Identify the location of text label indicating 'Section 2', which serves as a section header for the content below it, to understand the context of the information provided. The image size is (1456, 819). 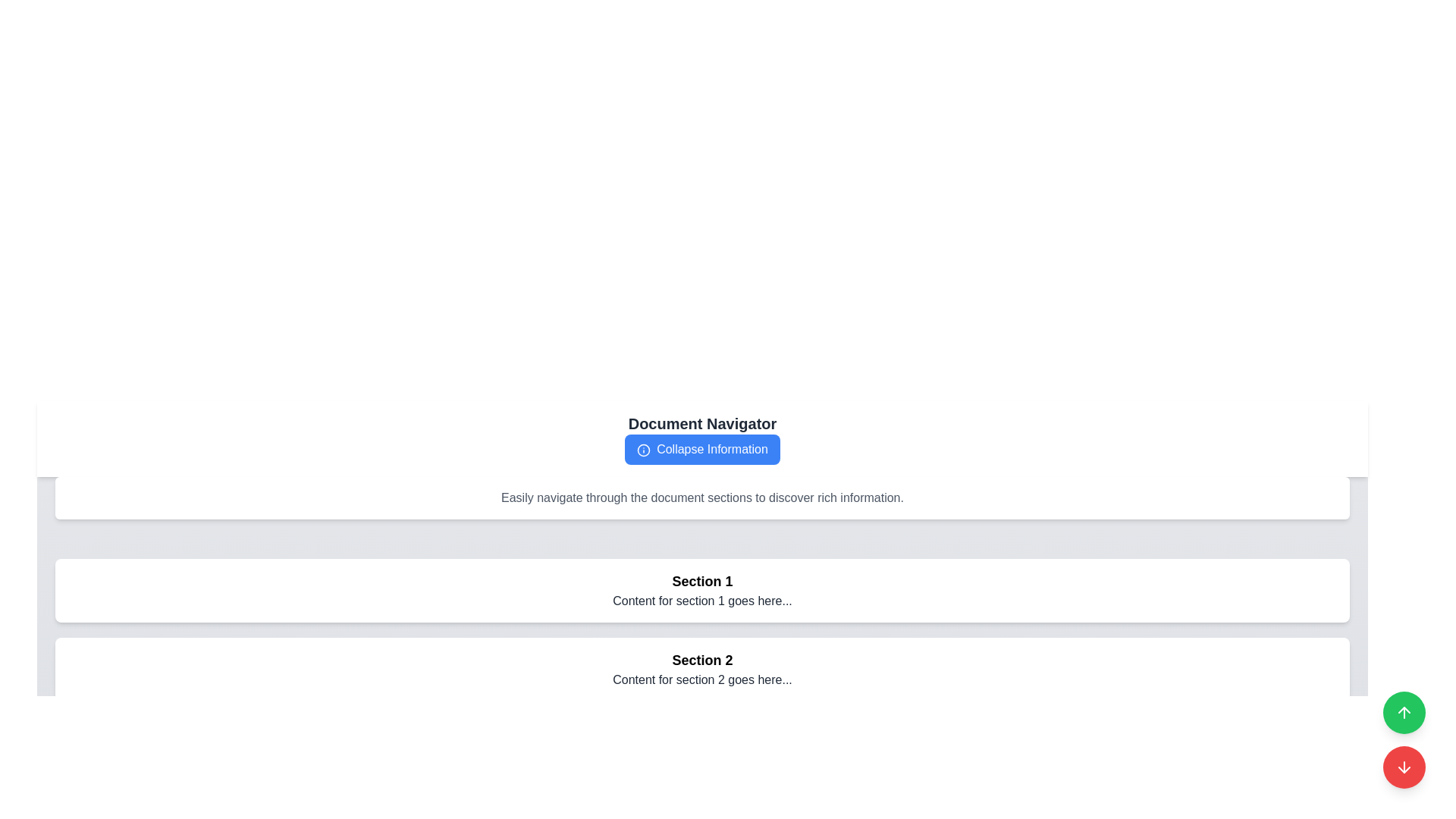
(701, 660).